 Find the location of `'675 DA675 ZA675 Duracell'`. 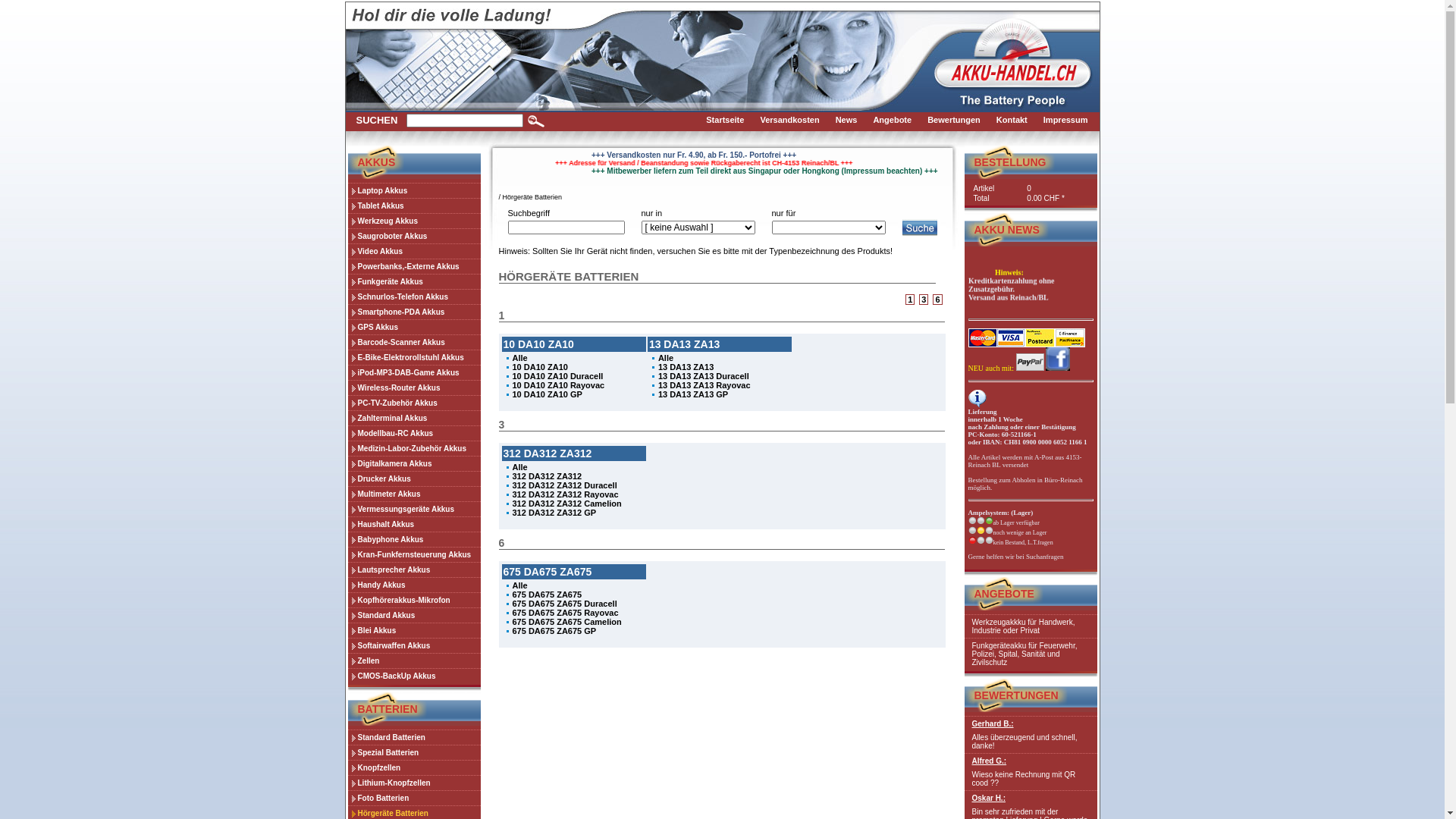

'675 DA675 ZA675 Duracell' is located at coordinates (563, 602).